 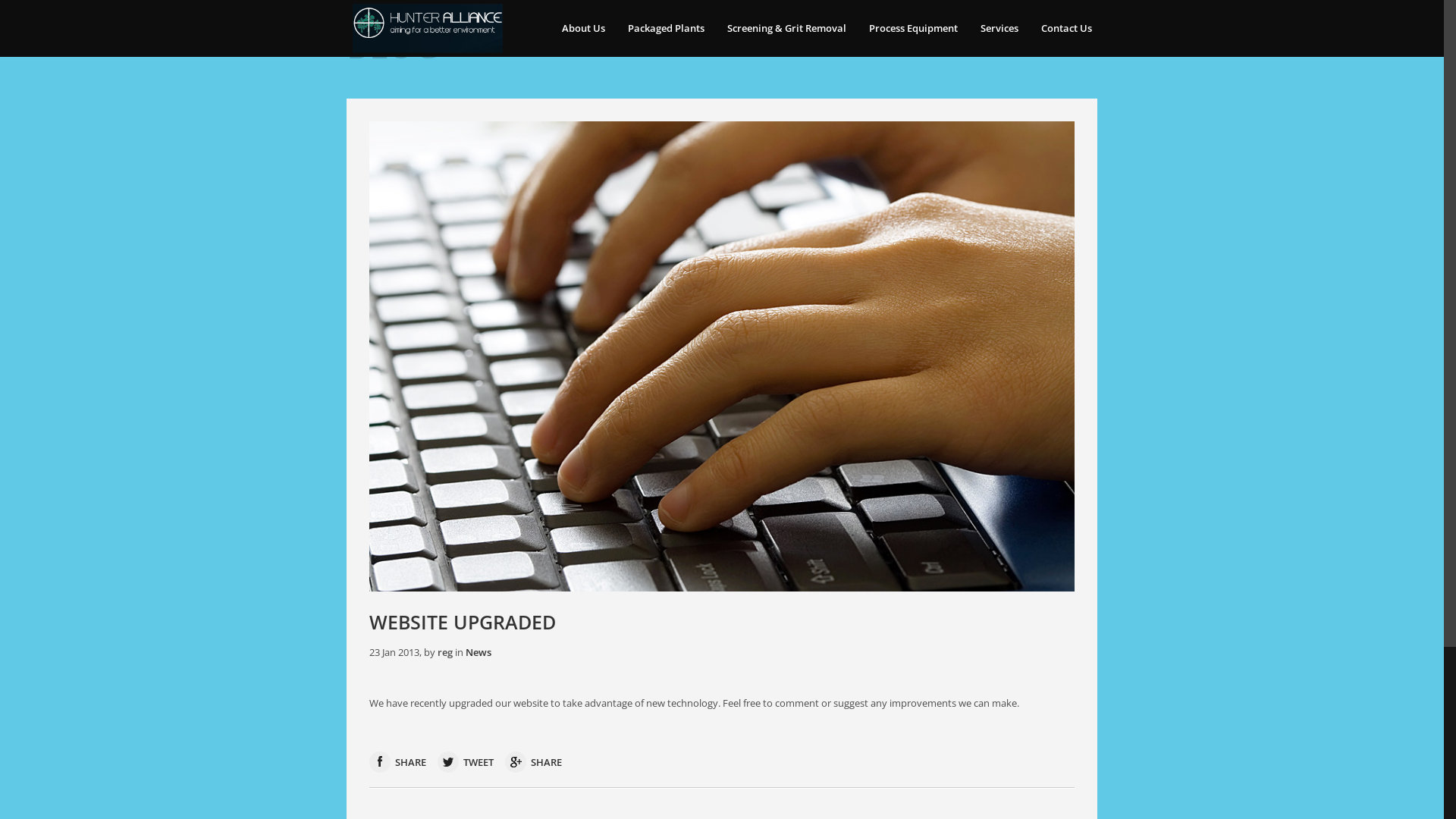 I want to click on 'SHARE', so click(x=397, y=762).